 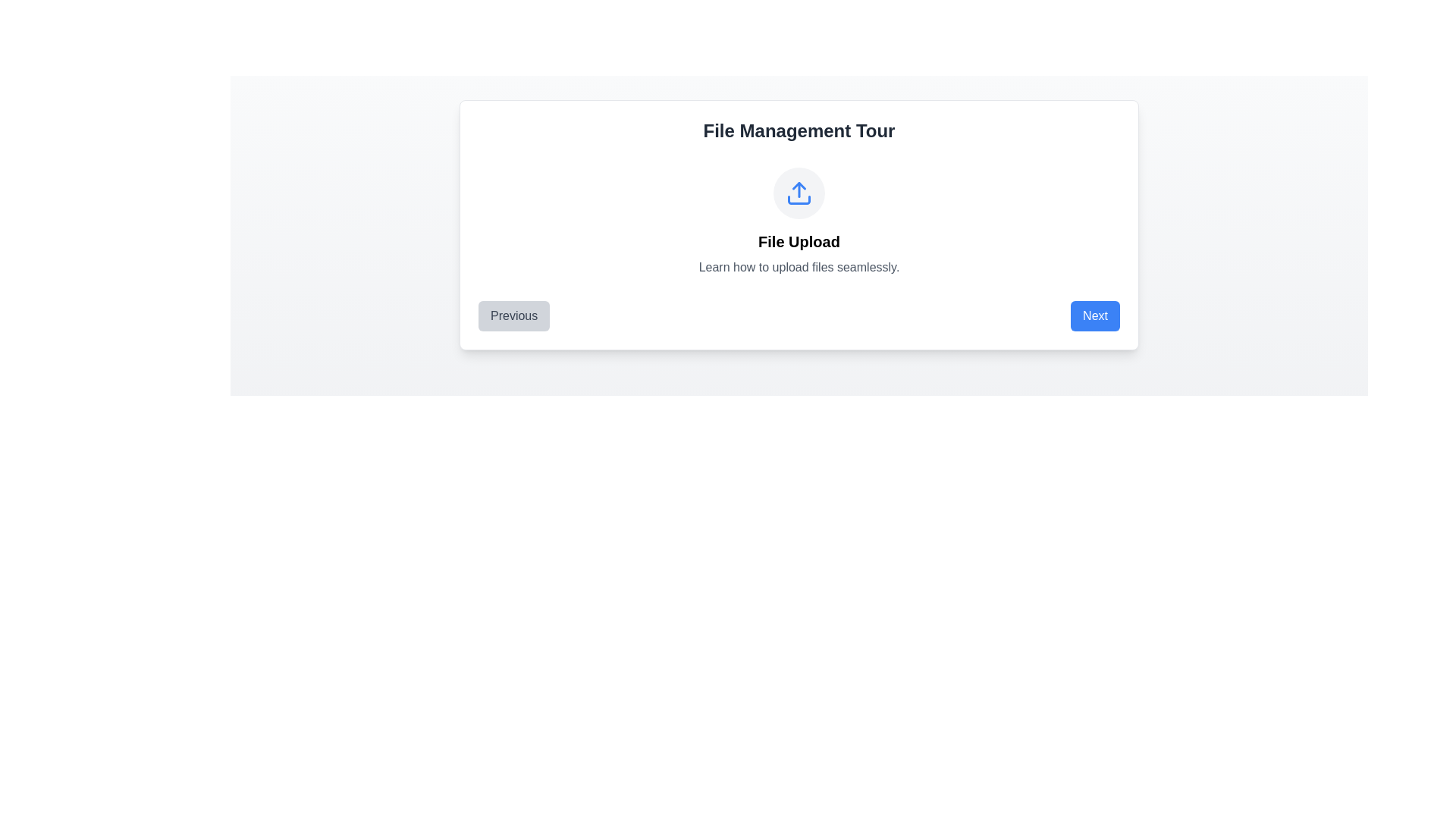 What do you see at coordinates (1095, 315) in the screenshot?
I see `the 'Next' button located at the bottom-right side of the rectangular card component to proceed to the next step in the process` at bounding box center [1095, 315].